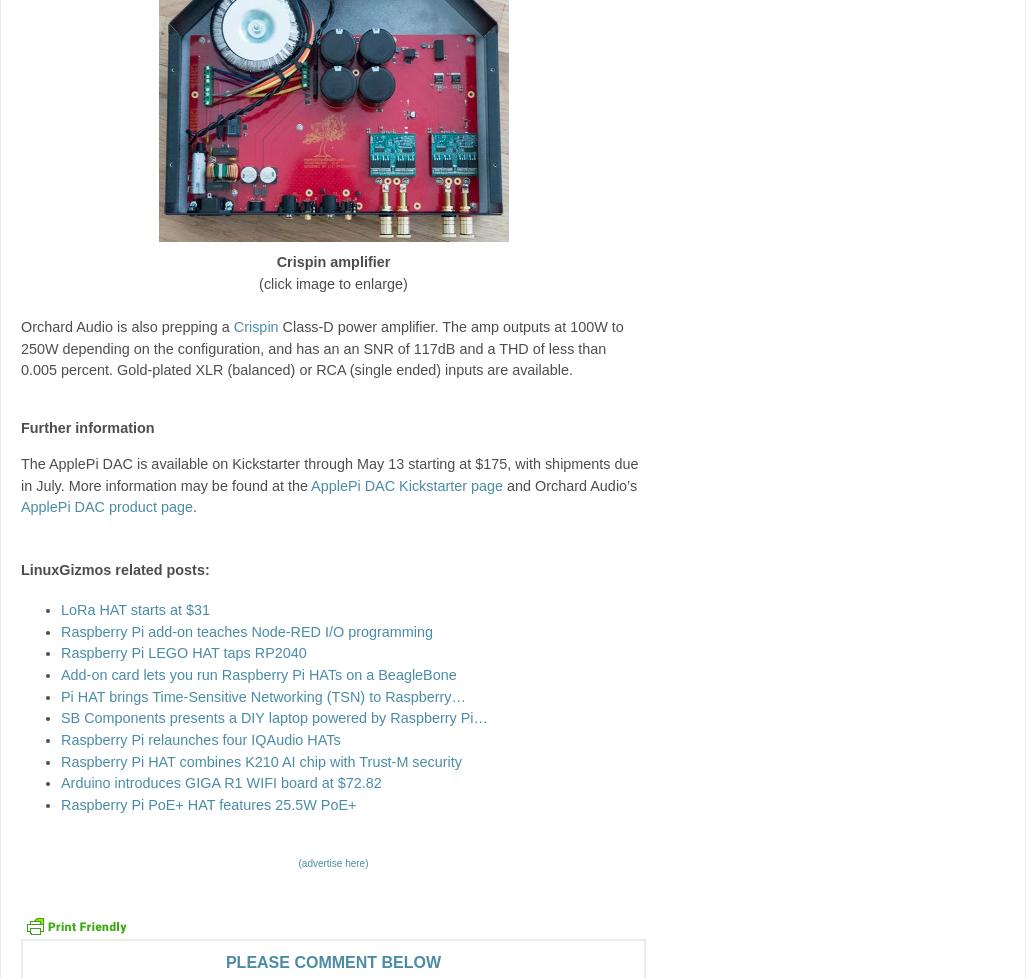 This screenshot has height=978, width=1026. I want to click on 'LoRa HAT starts at $31', so click(60, 609).